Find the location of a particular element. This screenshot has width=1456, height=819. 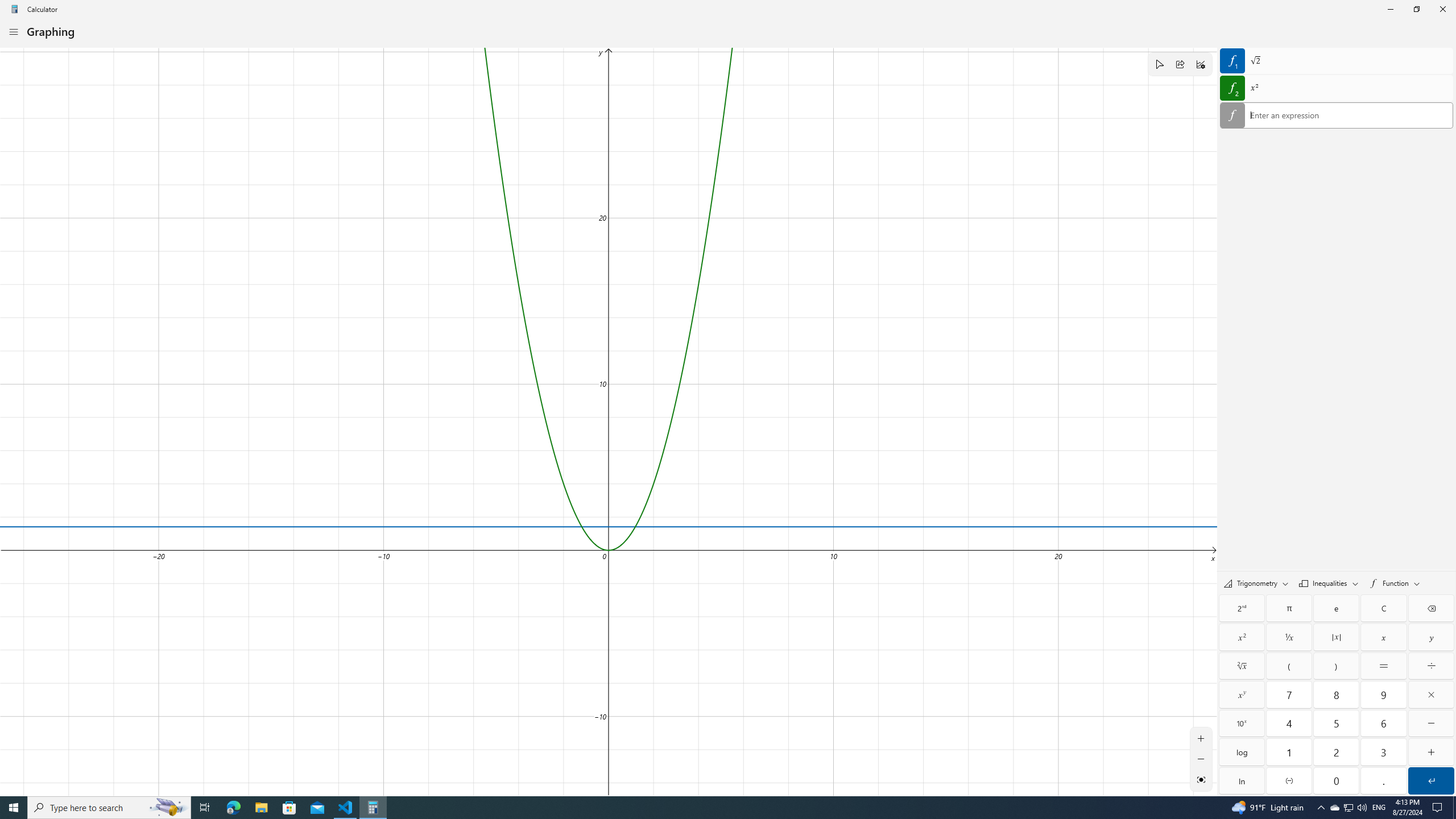

'Functions' is located at coordinates (1394, 583).